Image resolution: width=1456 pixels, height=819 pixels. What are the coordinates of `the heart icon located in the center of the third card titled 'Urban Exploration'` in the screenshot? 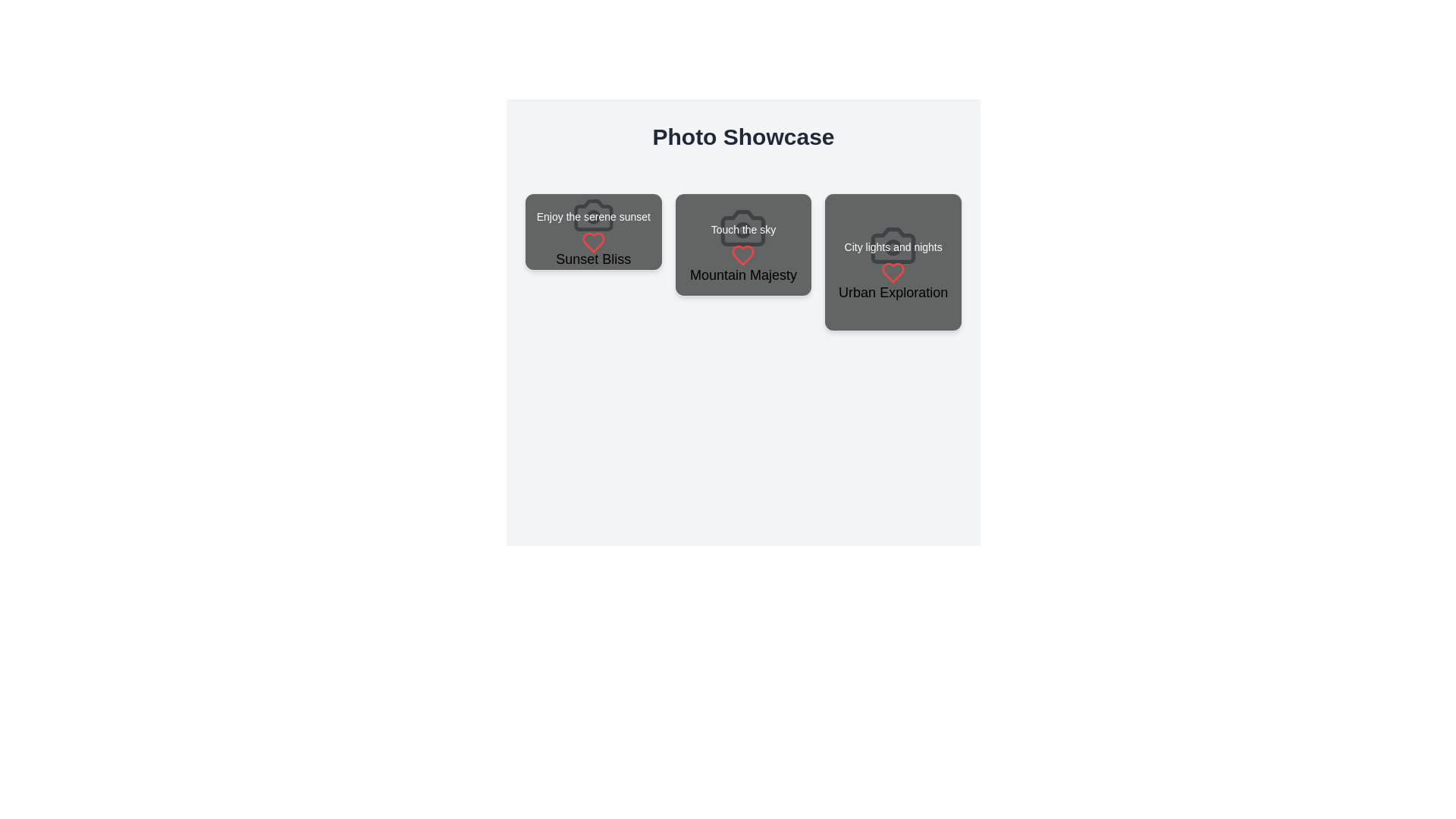 It's located at (893, 271).